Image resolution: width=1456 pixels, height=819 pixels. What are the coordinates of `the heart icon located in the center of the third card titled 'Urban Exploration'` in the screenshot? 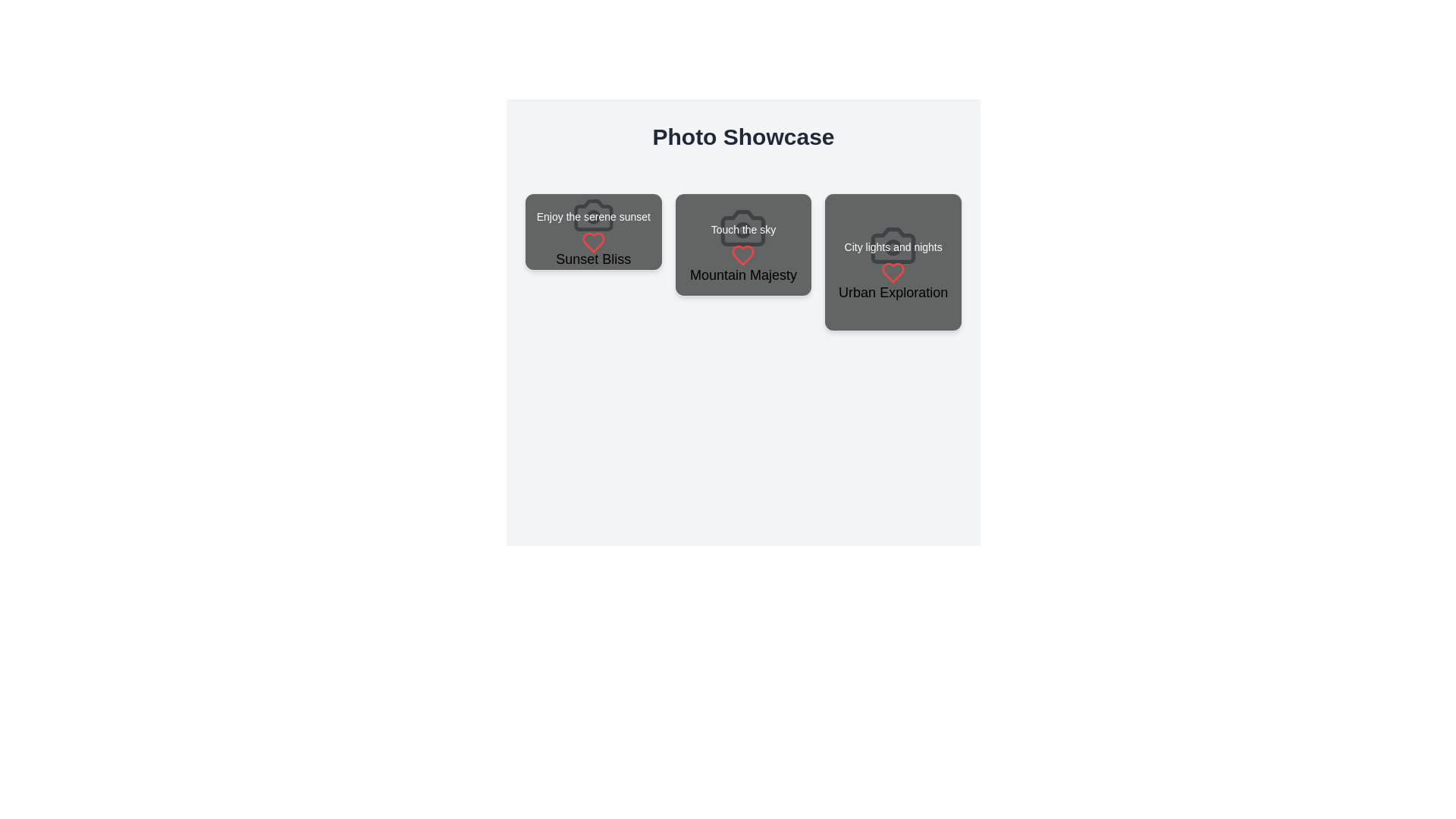 It's located at (893, 271).